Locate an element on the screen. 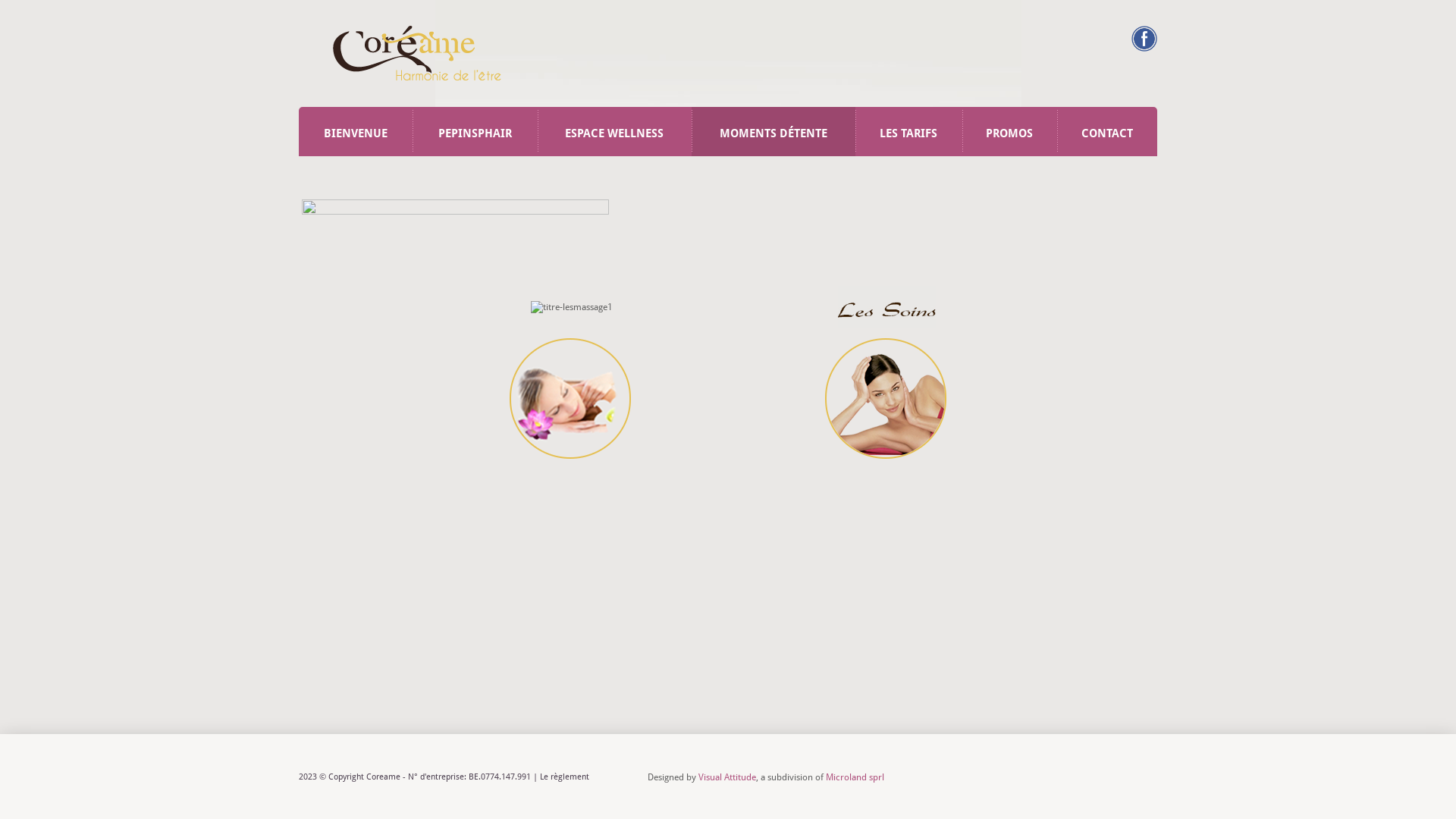  'PROMOS' is located at coordinates (1009, 130).